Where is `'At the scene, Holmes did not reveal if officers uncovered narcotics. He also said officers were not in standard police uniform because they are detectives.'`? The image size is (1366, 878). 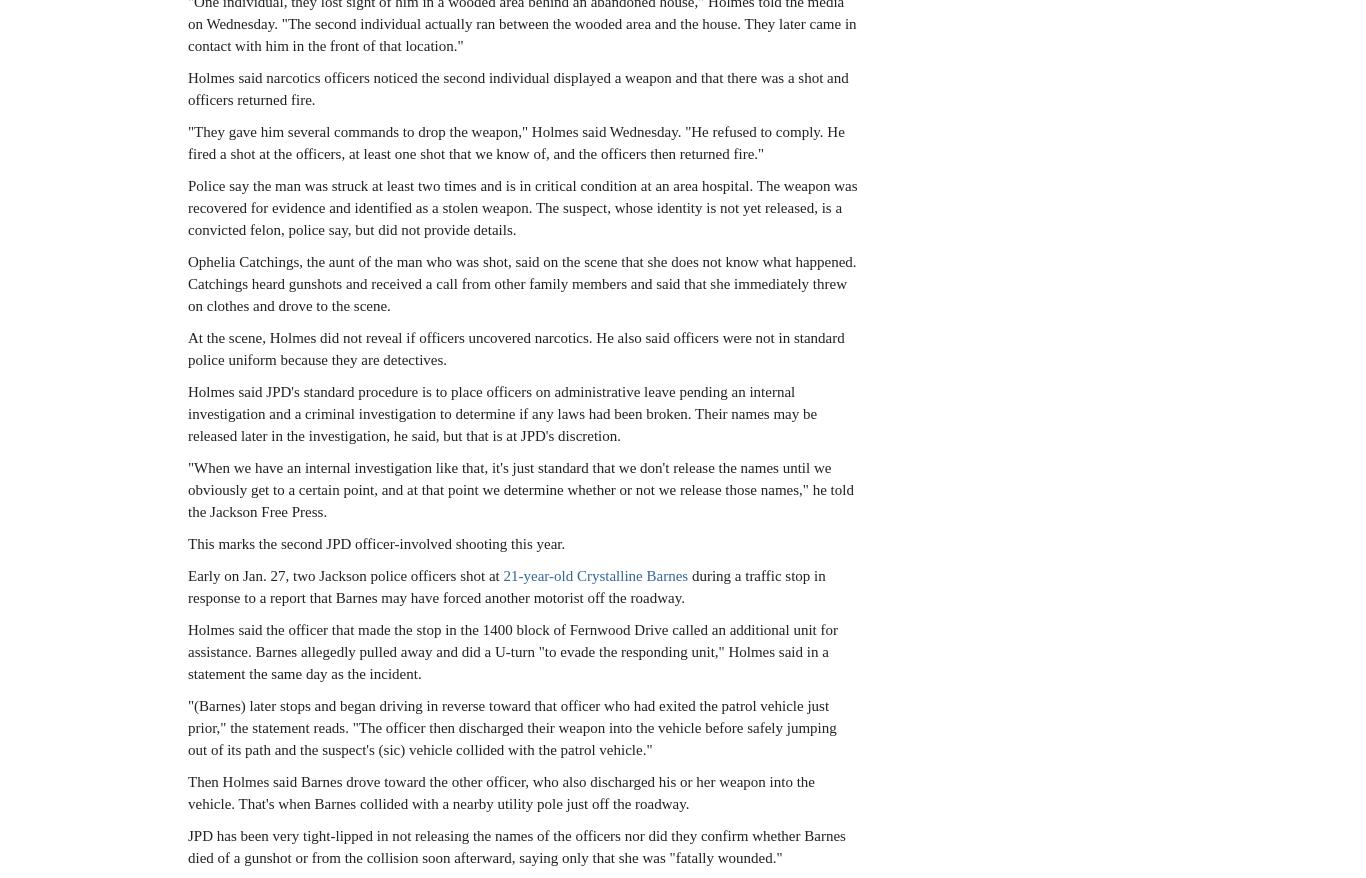
'At the scene, Holmes did not reveal if officers uncovered narcotics. He also said officers were not in standard police uniform because they are detectives.' is located at coordinates (515, 348).